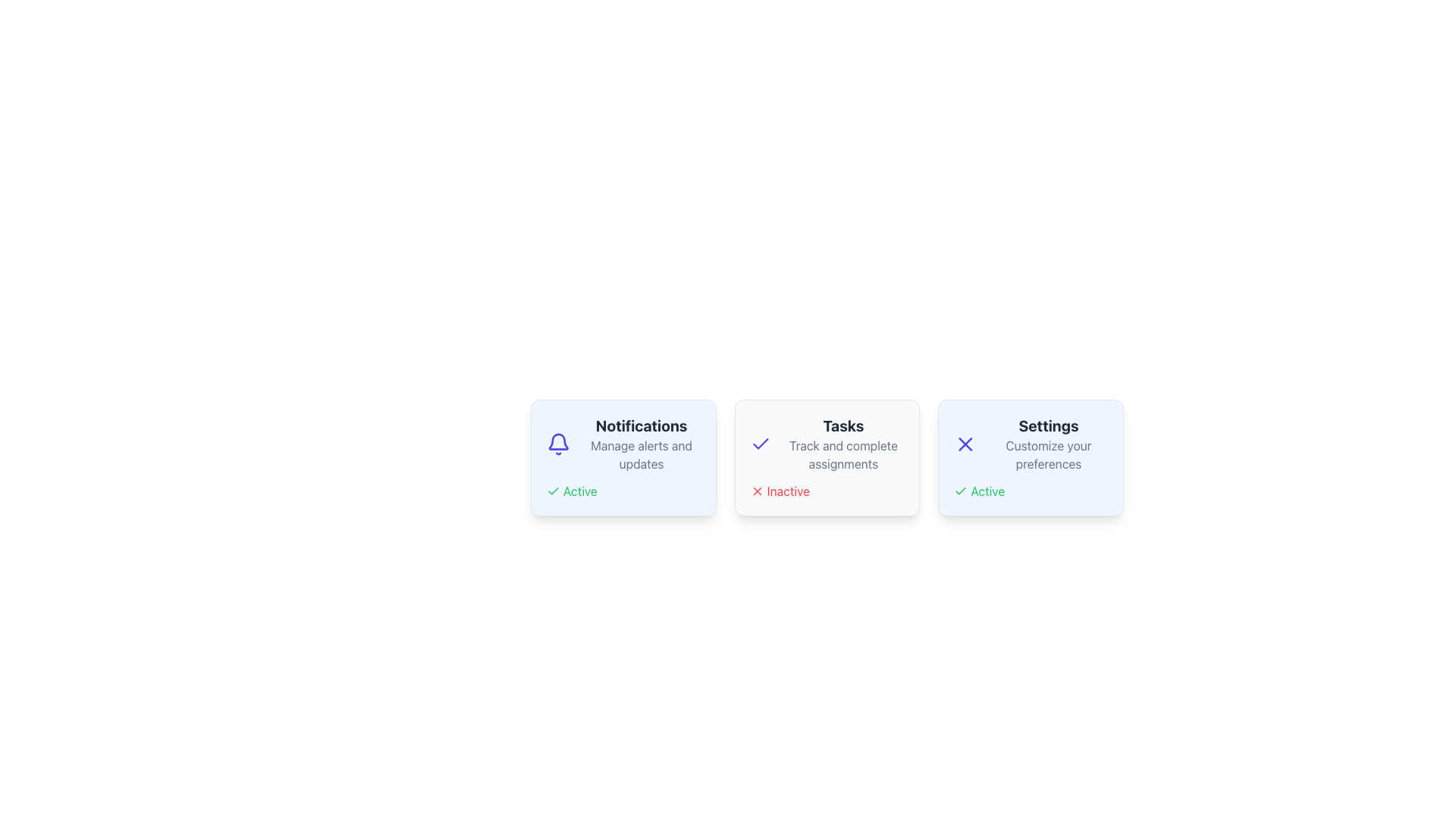 Image resolution: width=1456 pixels, height=819 pixels. I want to click on the first card component in the grid layout, which features a light blue background, a bell icon, bold 'Notifications' text, and an 'Active' label with a check icon, so click(623, 457).